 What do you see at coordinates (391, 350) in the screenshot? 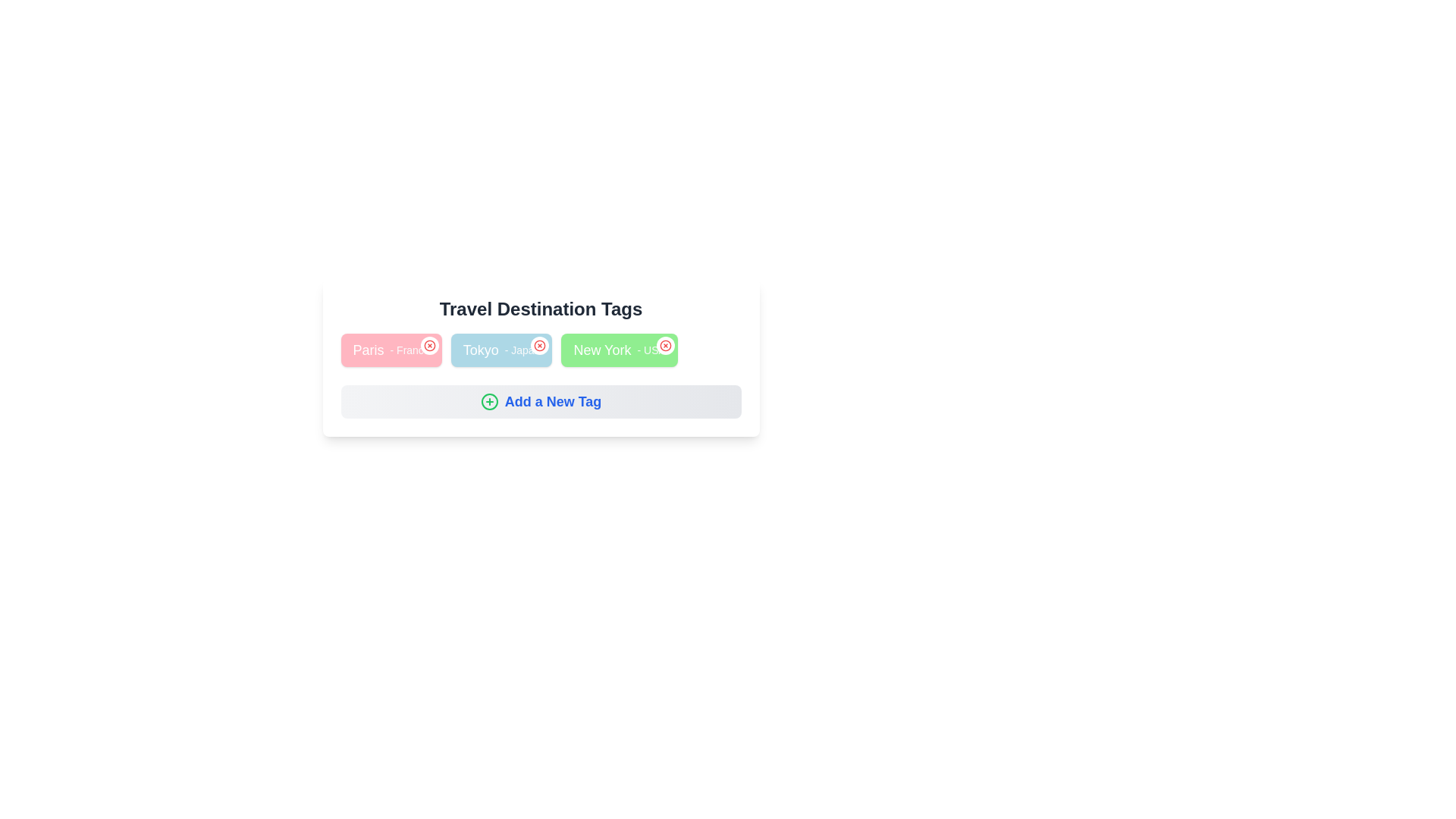
I see `the tag Paris- France to observe its hover effect` at bounding box center [391, 350].